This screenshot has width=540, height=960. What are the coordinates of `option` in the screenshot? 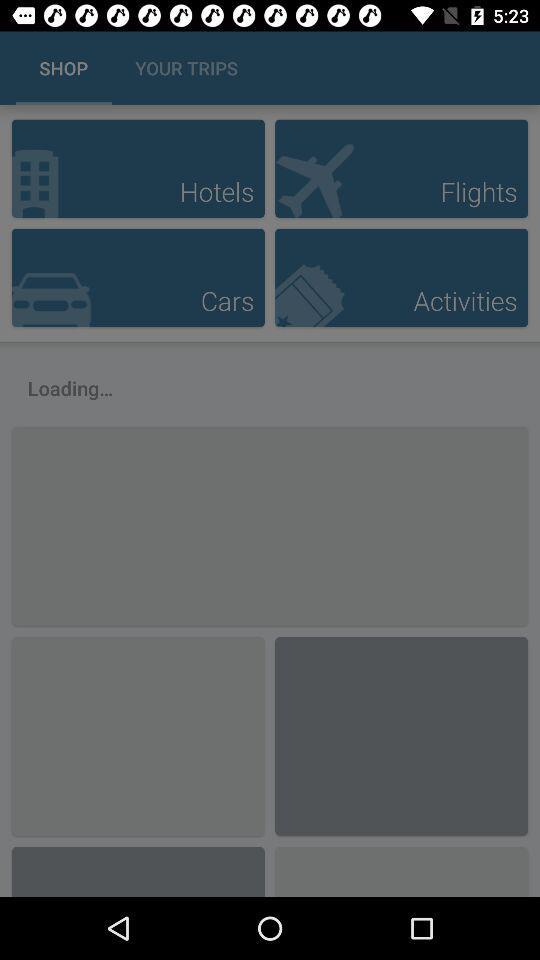 It's located at (137, 167).